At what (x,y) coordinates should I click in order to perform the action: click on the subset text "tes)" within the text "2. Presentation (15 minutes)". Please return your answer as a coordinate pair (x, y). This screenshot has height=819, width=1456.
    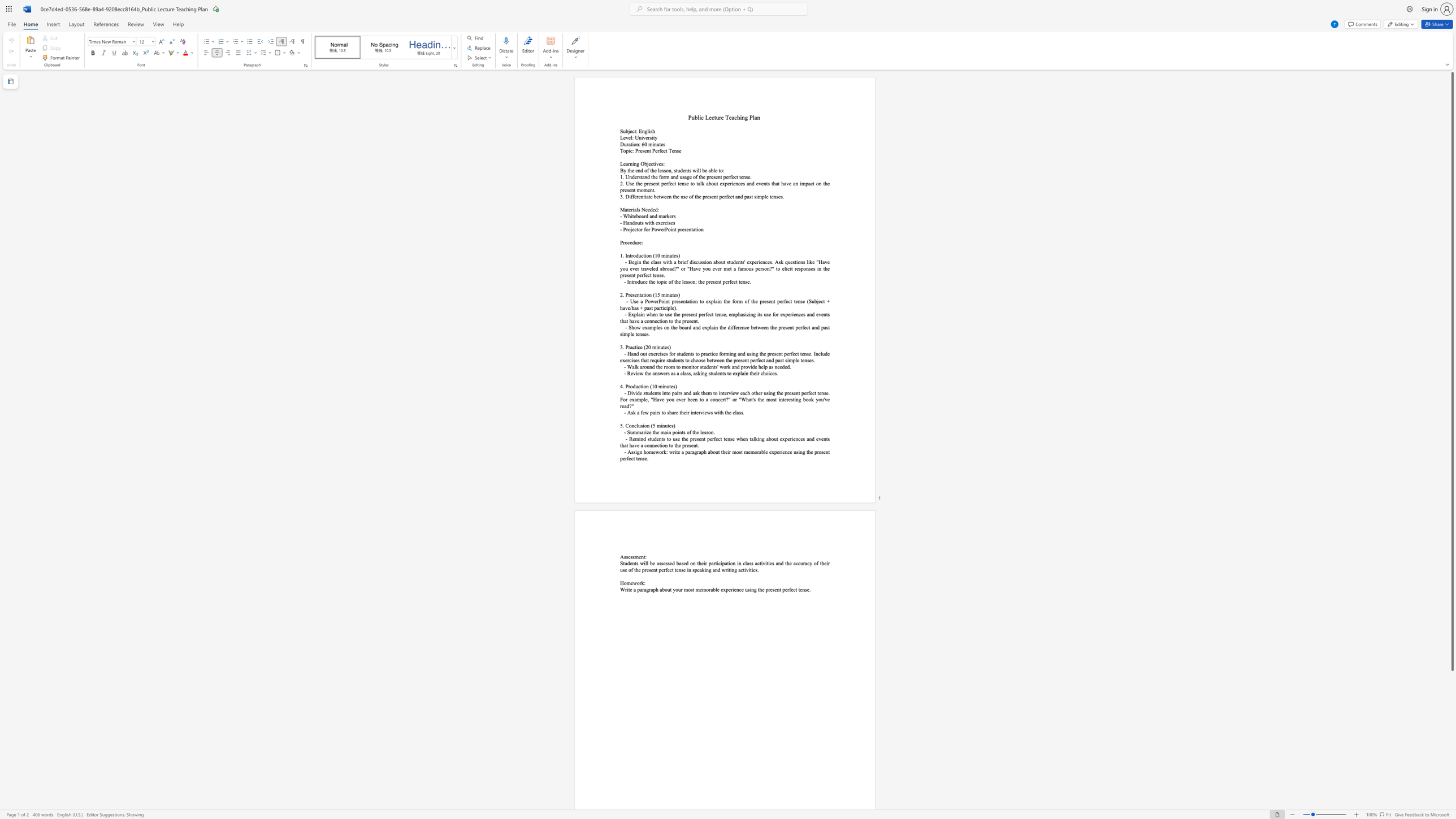
    Looking at the image, I should click on (672, 294).